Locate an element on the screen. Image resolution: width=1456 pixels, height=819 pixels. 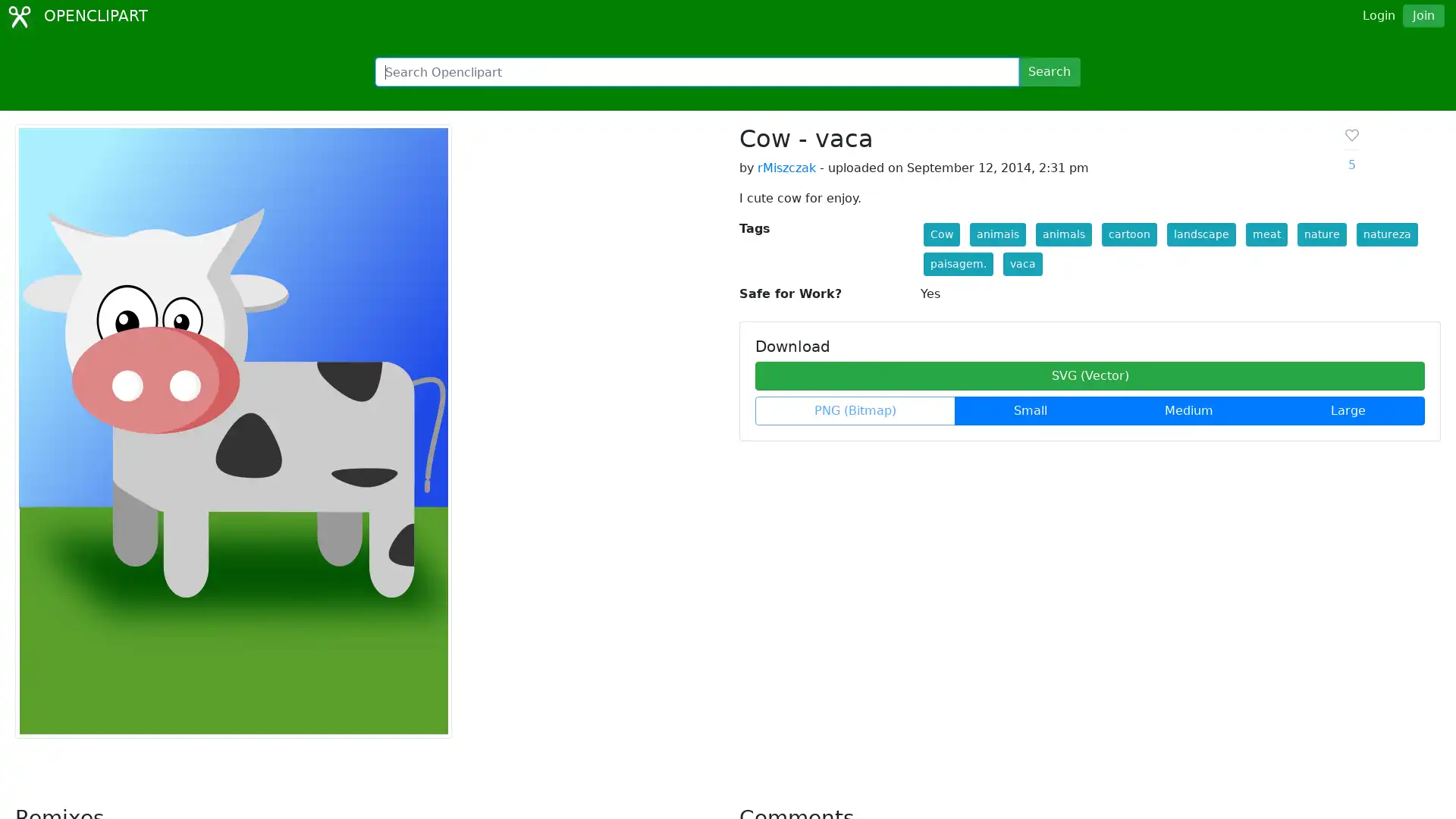
Medium is located at coordinates (1188, 411).